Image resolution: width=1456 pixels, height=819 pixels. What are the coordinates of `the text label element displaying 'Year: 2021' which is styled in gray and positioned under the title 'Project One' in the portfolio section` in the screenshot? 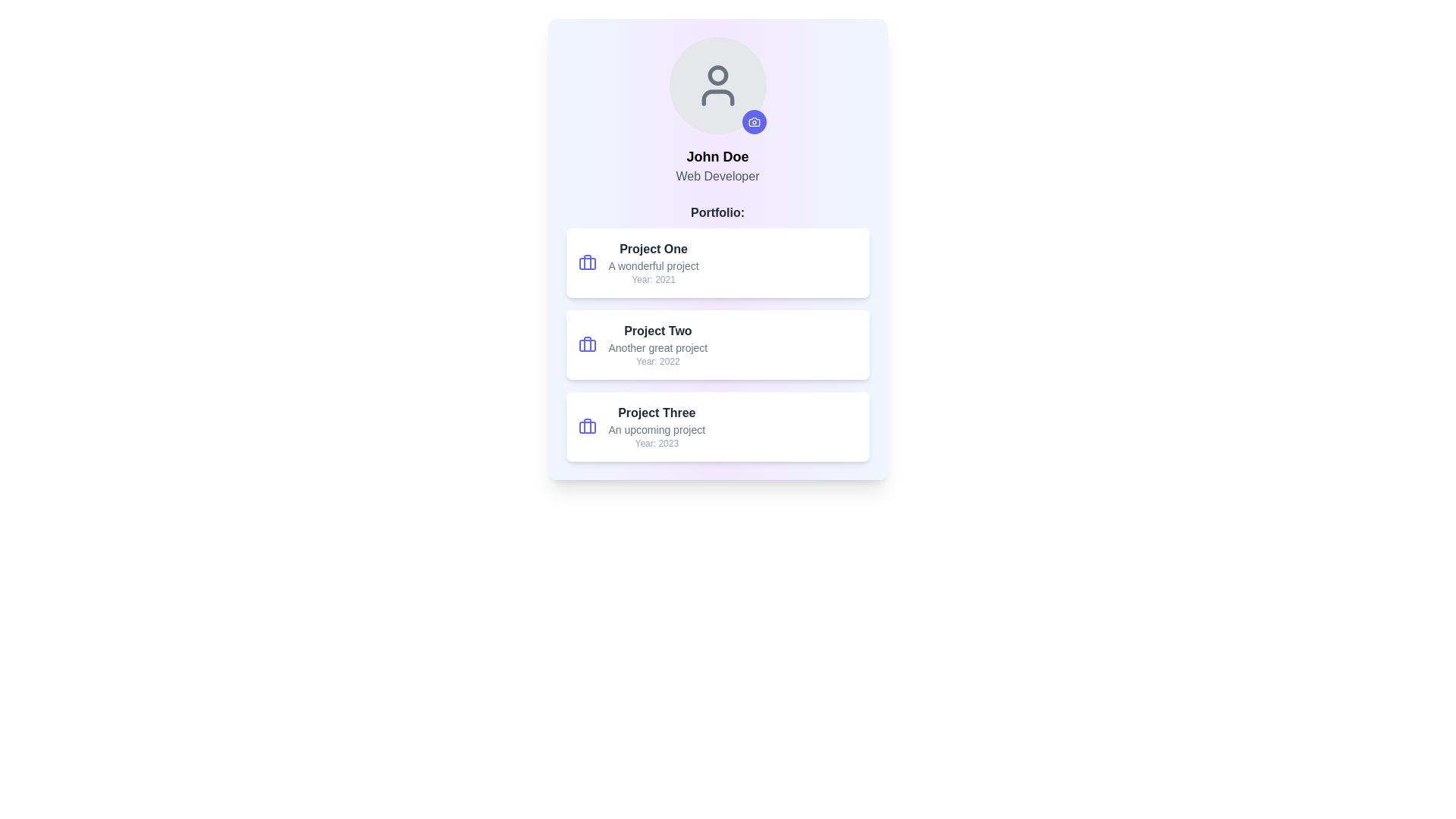 It's located at (654, 280).